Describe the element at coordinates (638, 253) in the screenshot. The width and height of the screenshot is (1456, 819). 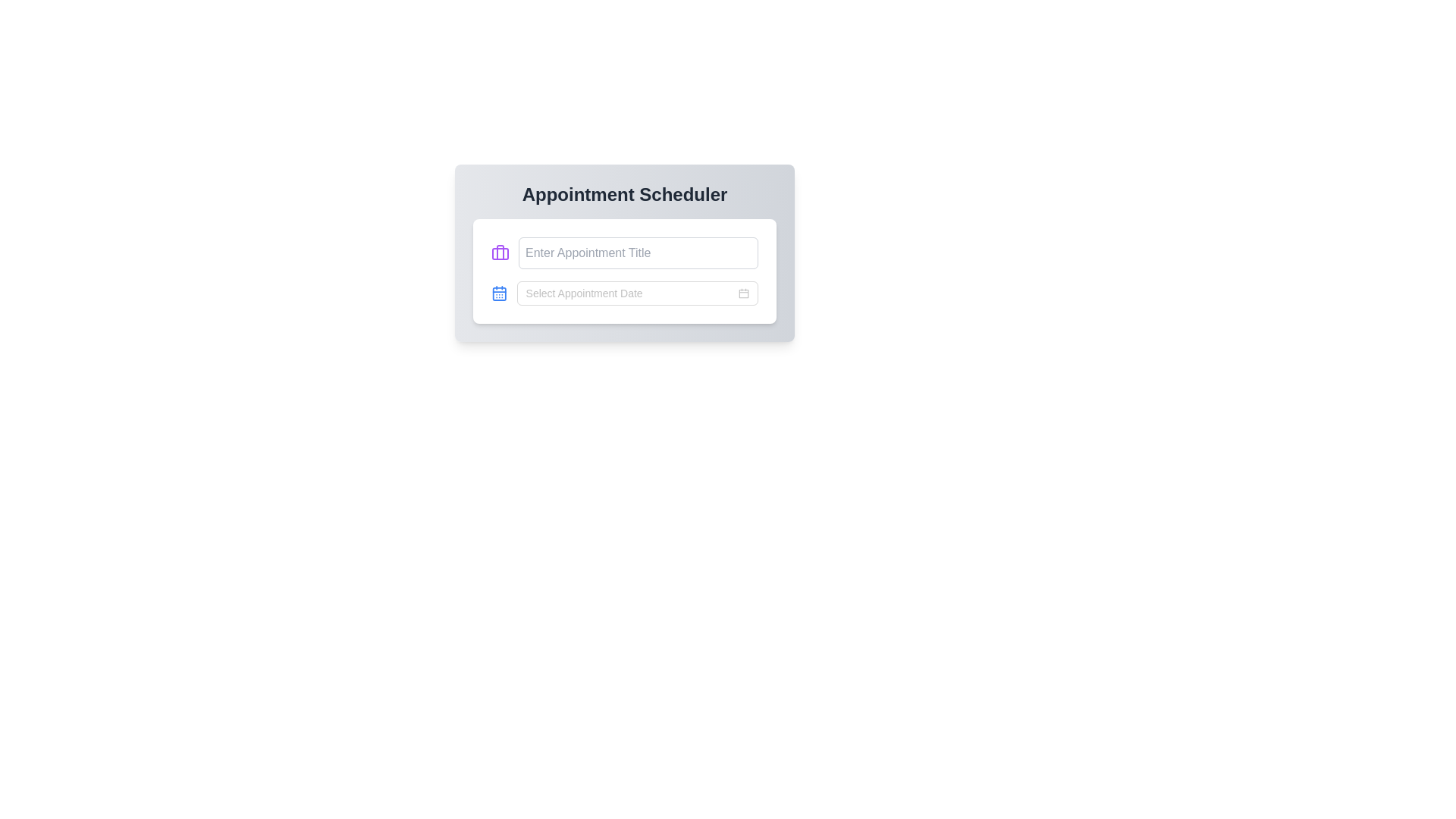
I see `the text input field for the appointment title` at that location.